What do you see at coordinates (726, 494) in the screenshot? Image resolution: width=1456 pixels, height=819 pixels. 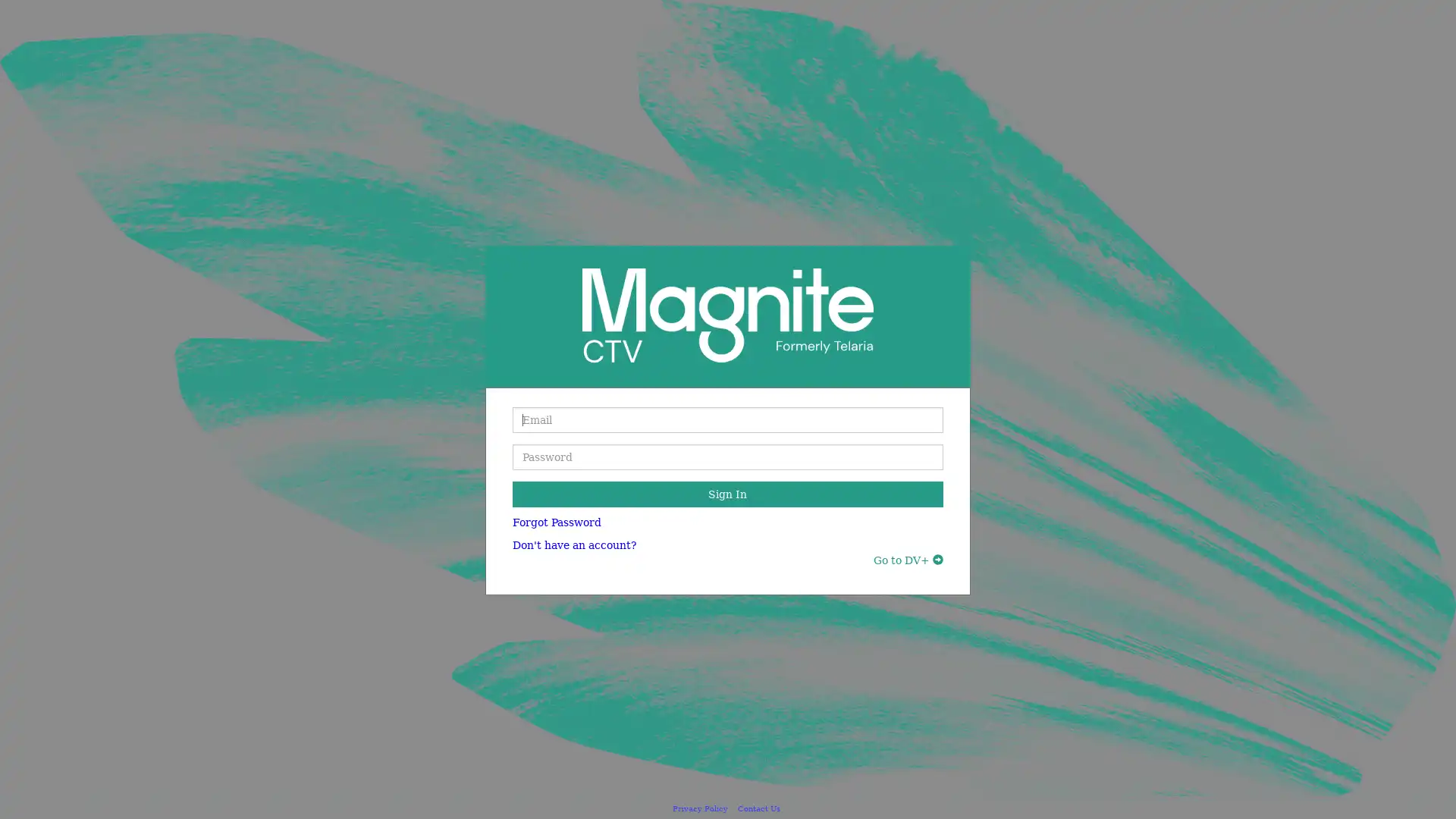 I see `Sign In` at bounding box center [726, 494].